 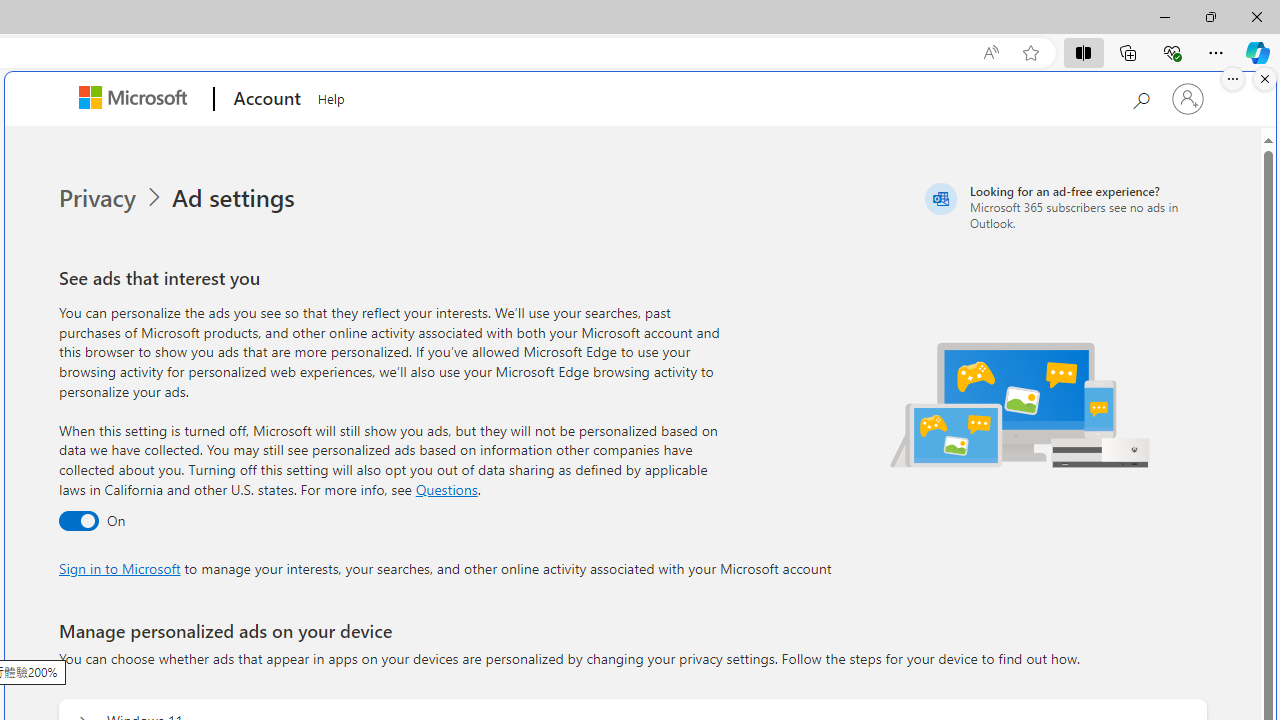 I want to click on 'Ad settings', so click(x=236, y=198).